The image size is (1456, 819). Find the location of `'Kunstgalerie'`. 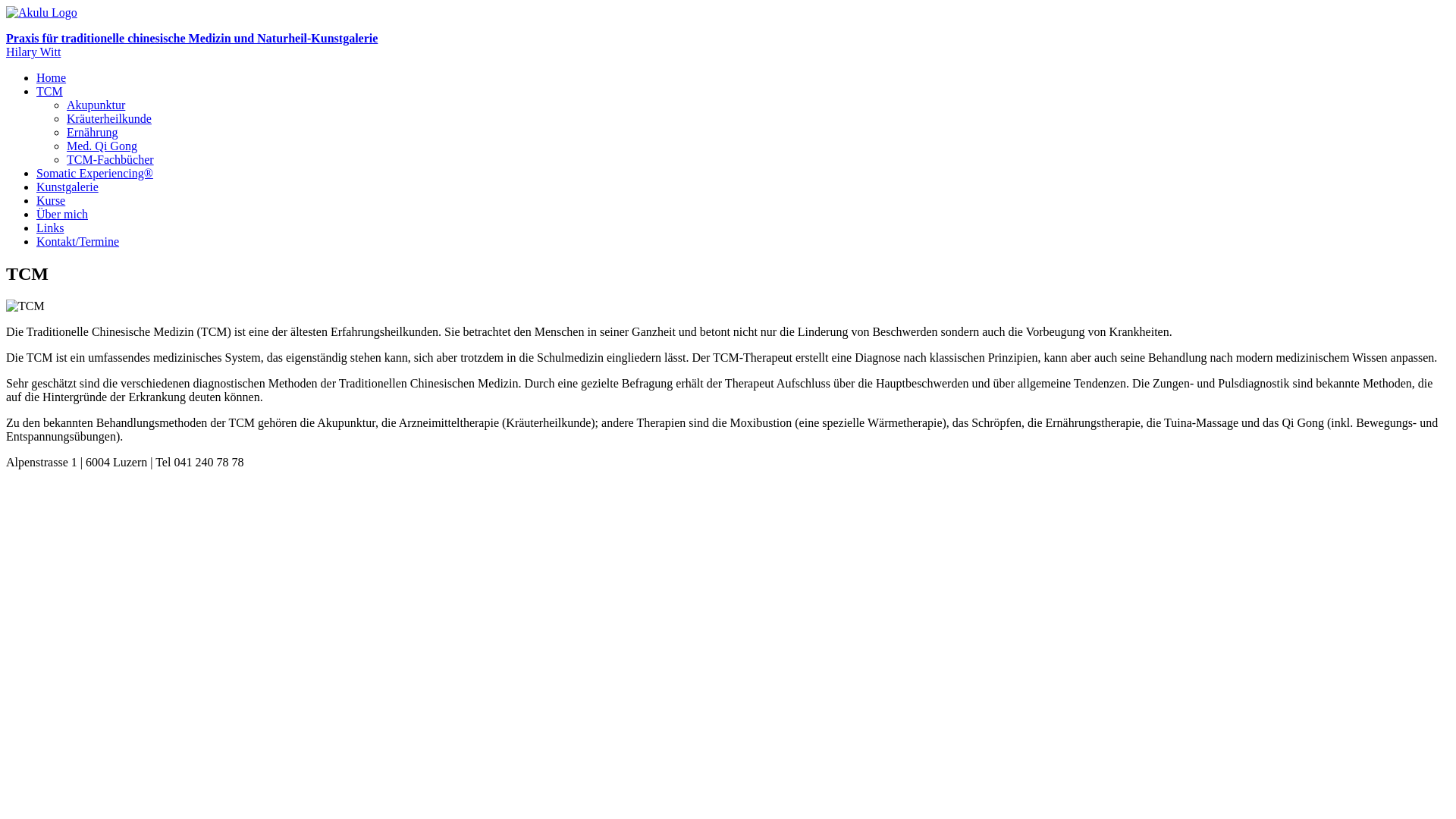

'Kunstgalerie' is located at coordinates (36, 186).